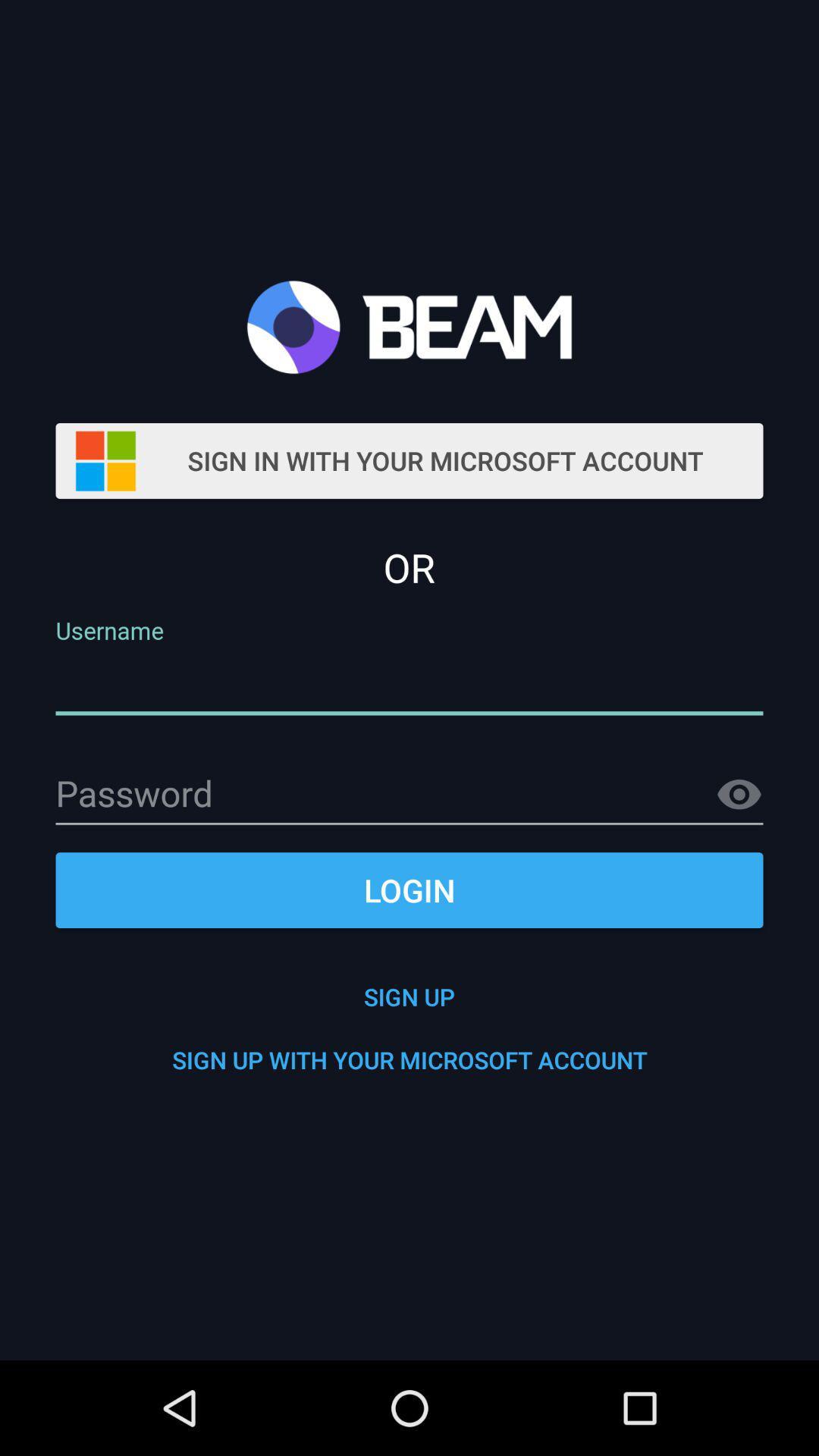 The width and height of the screenshot is (819, 1456). I want to click on see option, so click(739, 794).